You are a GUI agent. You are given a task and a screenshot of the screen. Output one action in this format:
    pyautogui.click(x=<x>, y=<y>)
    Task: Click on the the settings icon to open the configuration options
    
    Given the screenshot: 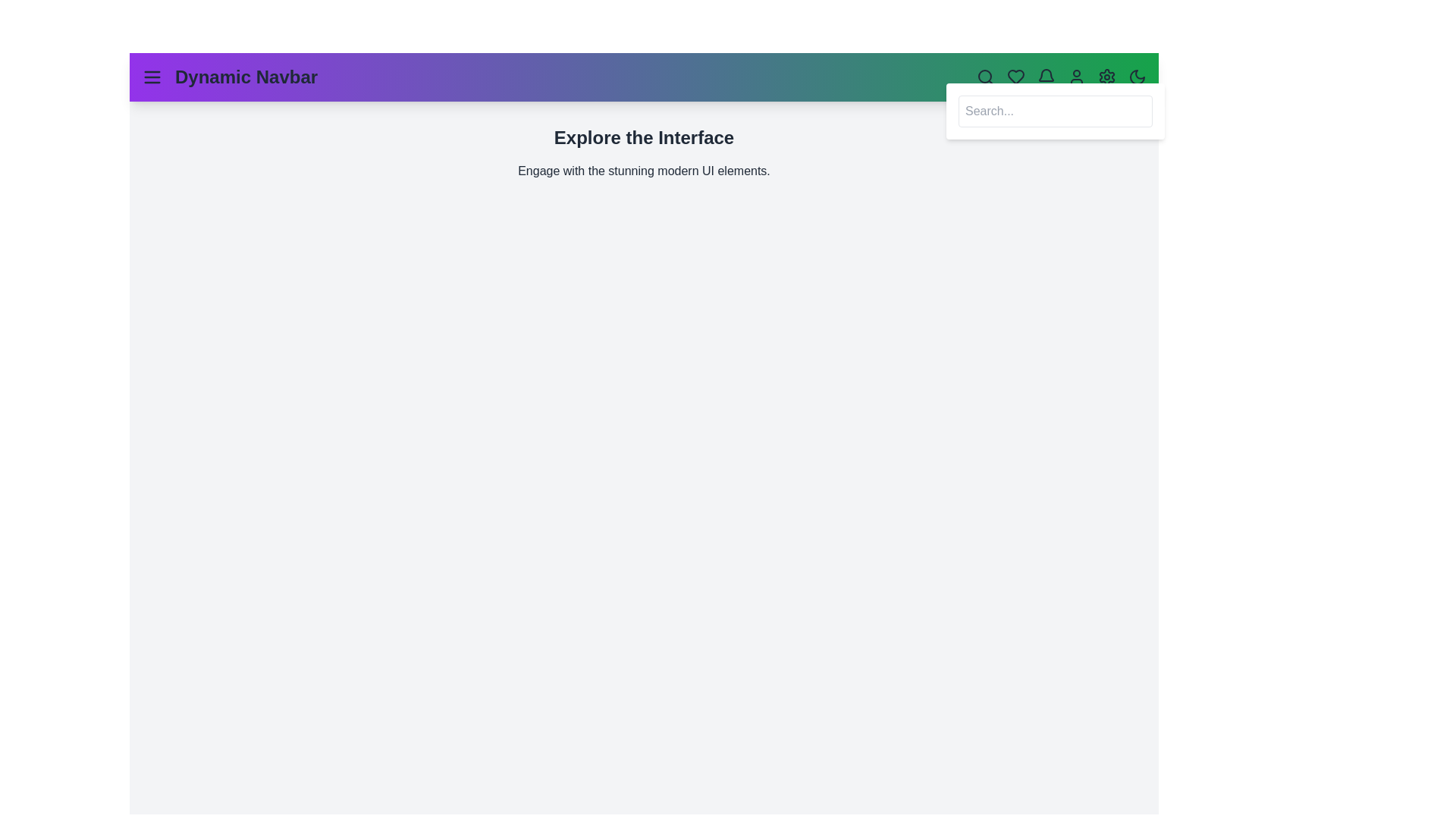 What is the action you would take?
    pyautogui.click(x=1106, y=77)
    